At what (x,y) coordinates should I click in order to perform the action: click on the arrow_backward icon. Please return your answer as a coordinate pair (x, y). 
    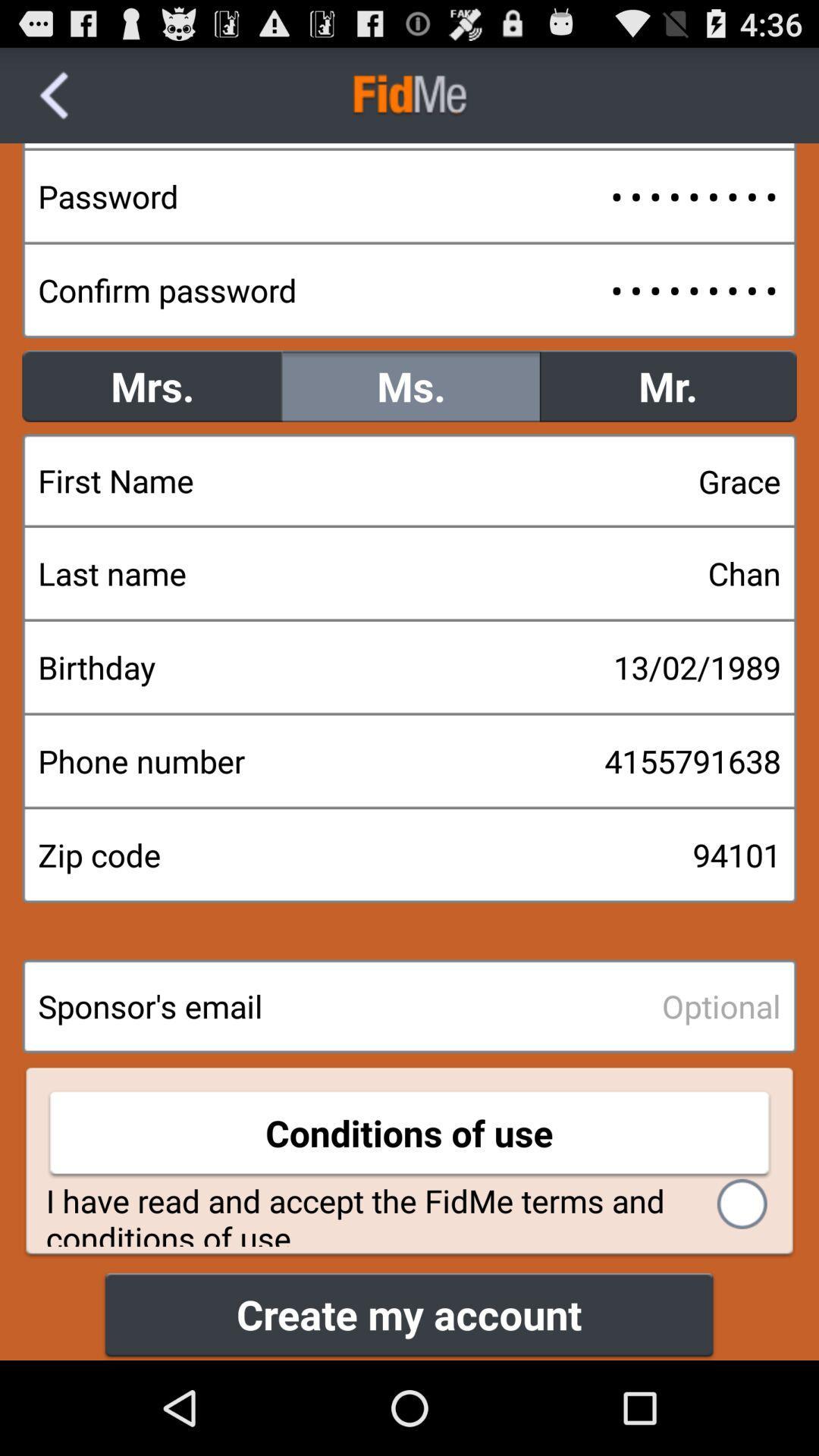
    Looking at the image, I should click on (53, 101).